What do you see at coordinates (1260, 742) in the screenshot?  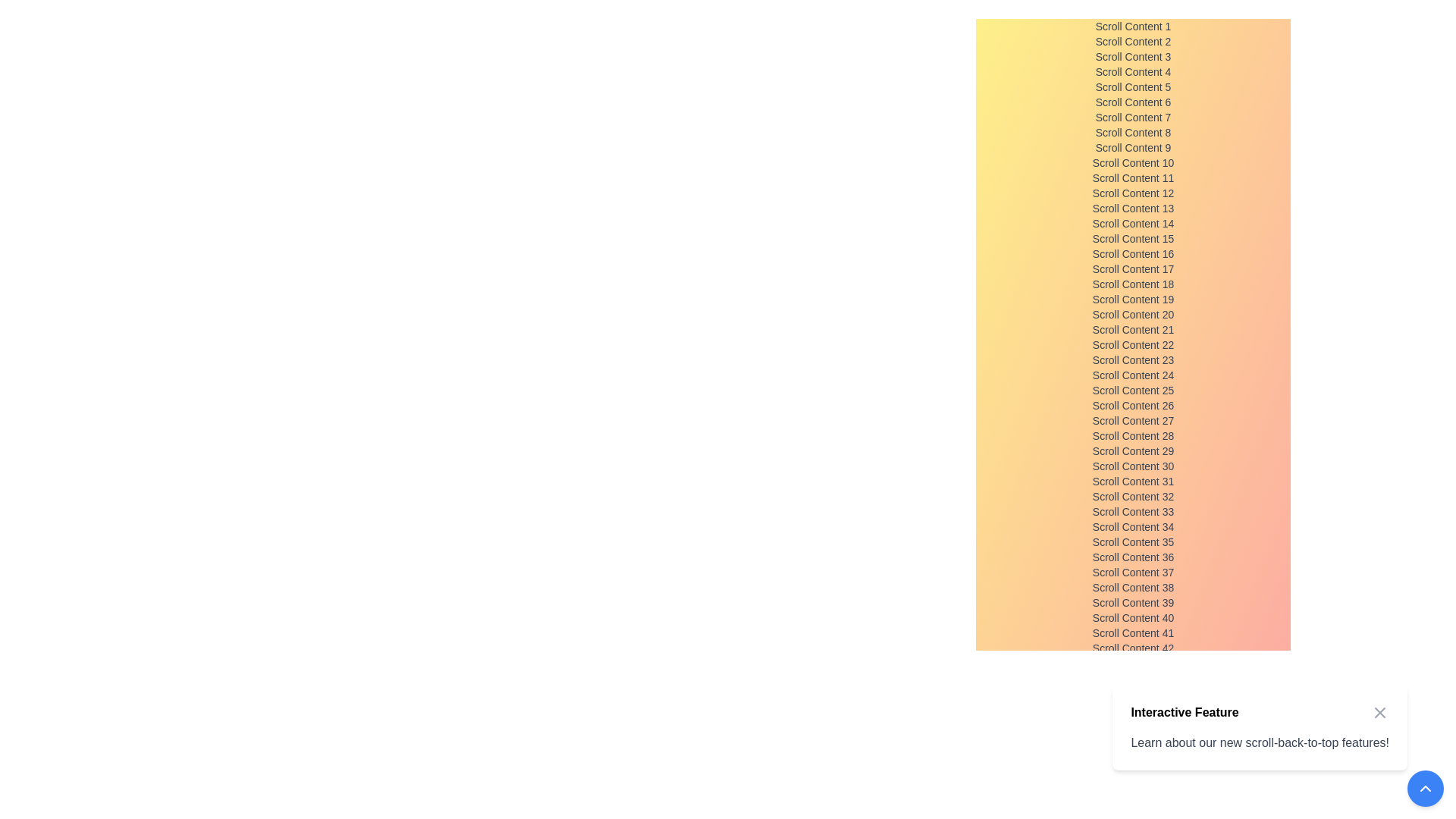 I see `static text displaying 'Learn about our new scroll-back-to-top features!' in the bottom-right corner of the interface within the 'Interactive Feature' popup` at bounding box center [1260, 742].